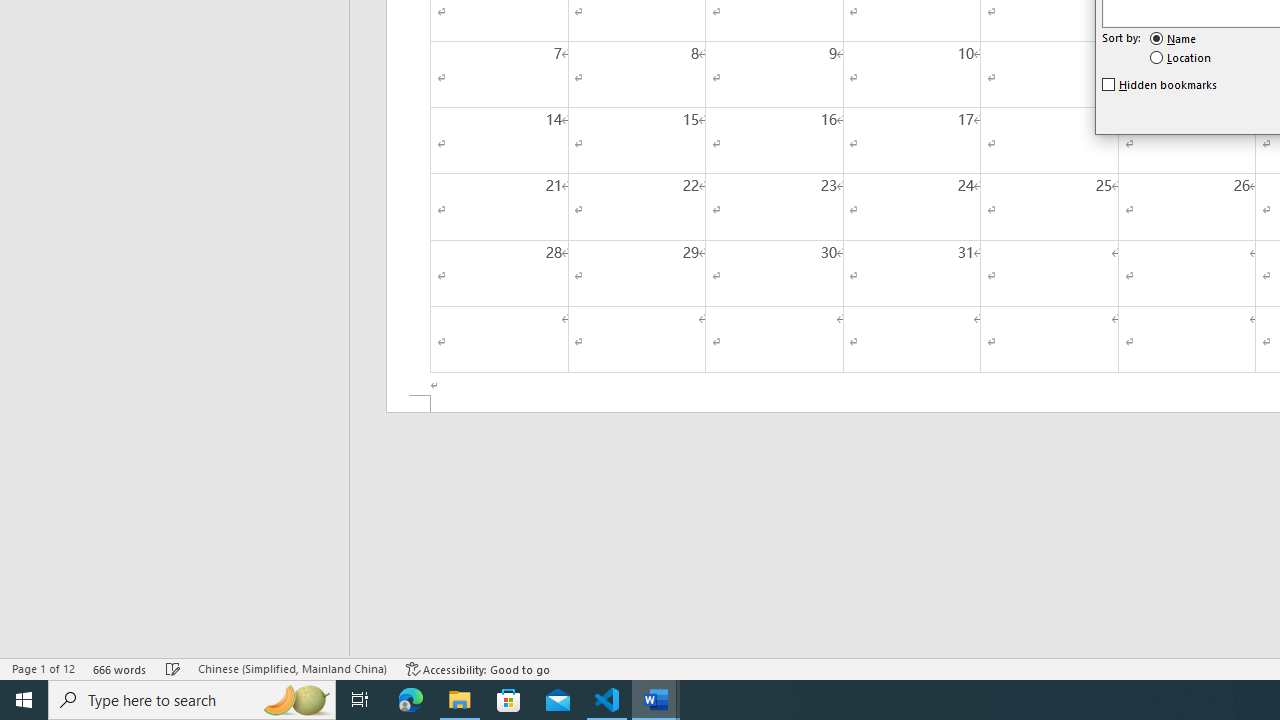  Describe the element at coordinates (1174, 38) in the screenshot. I see `'Name'` at that location.